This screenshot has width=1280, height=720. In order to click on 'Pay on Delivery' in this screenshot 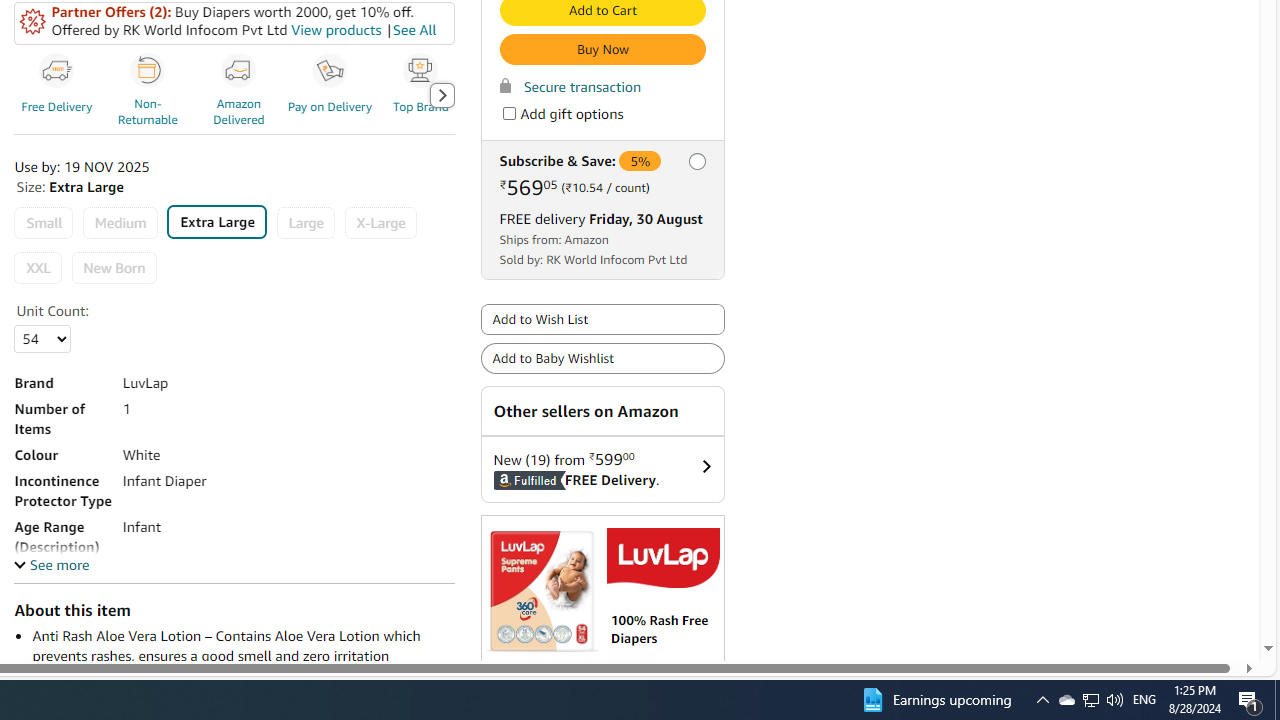, I will do `click(330, 70)`.